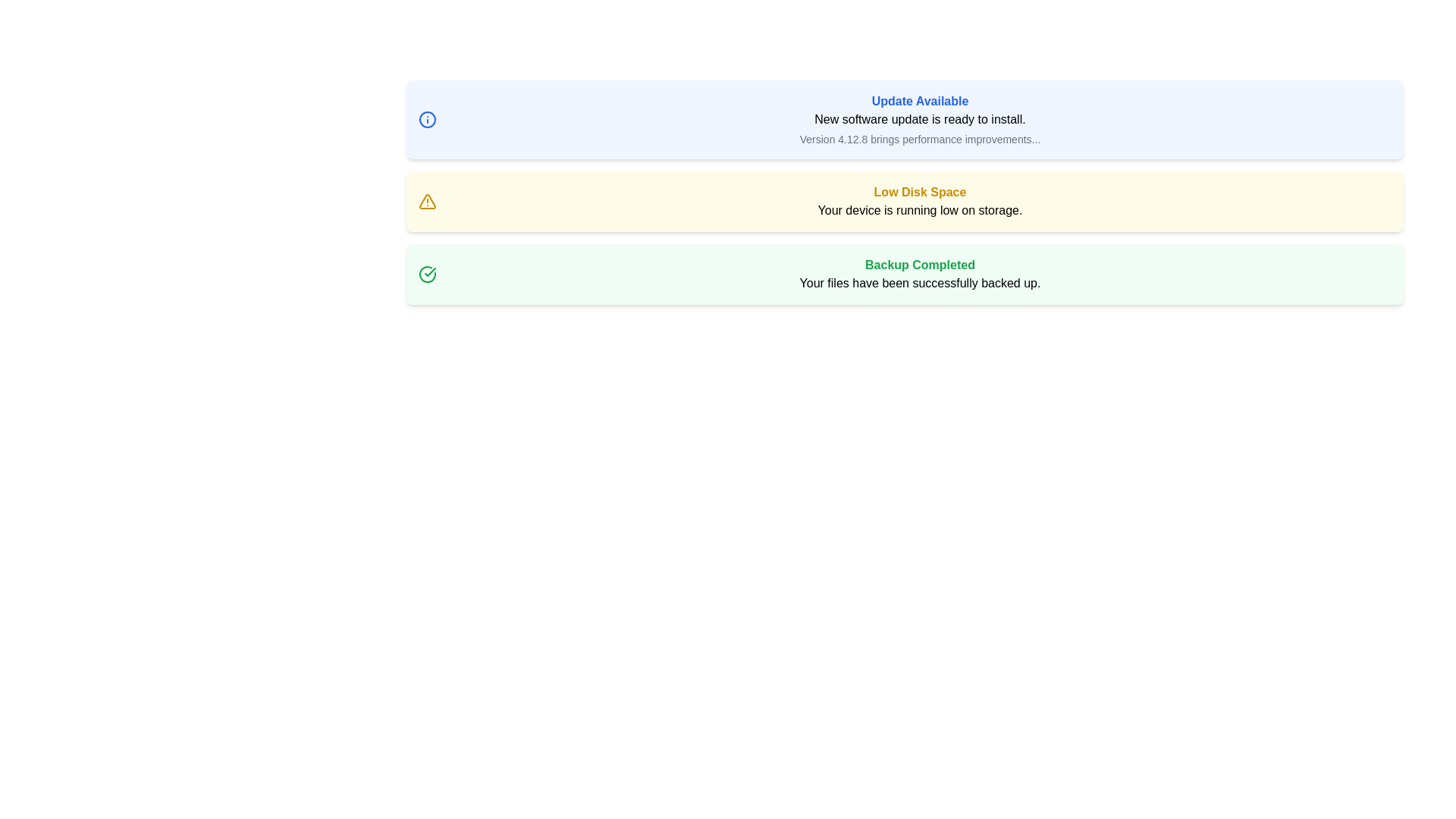 This screenshot has height=819, width=1456. Describe the element at coordinates (919, 275) in the screenshot. I see `notification text displayed in the green-styled notification panel, which indicates that the backup process has completed successfully and is positioned below the 'Update Available' and 'Low Disk Space' notifications` at that location.